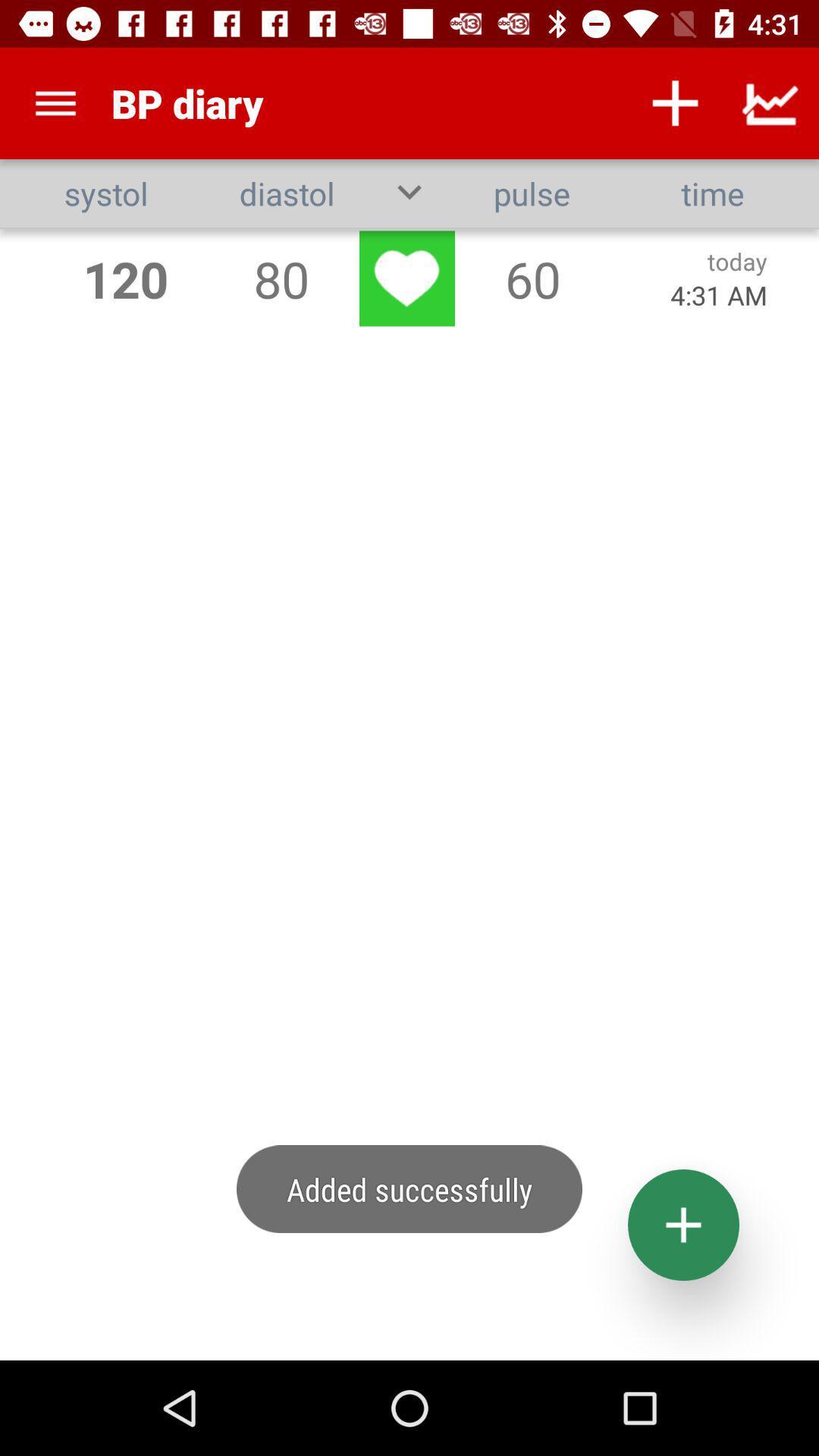  What do you see at coordinates (124, 278) in the screenshot?
I see `the 120 app` at bounding box center [124, 278].